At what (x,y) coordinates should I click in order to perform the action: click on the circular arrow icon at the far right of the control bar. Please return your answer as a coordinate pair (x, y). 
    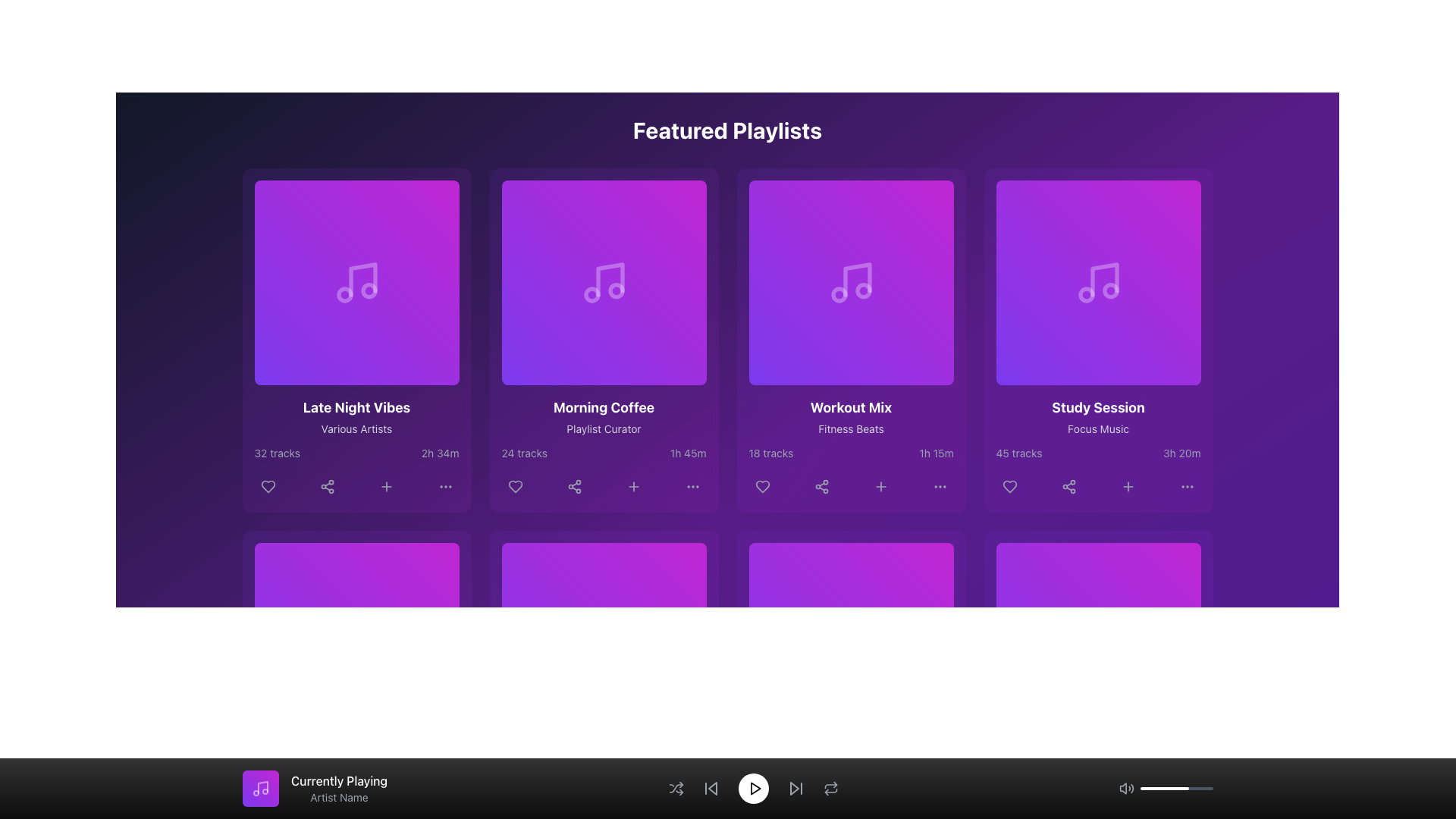
    Looking at the image, I should click on (830, 788).